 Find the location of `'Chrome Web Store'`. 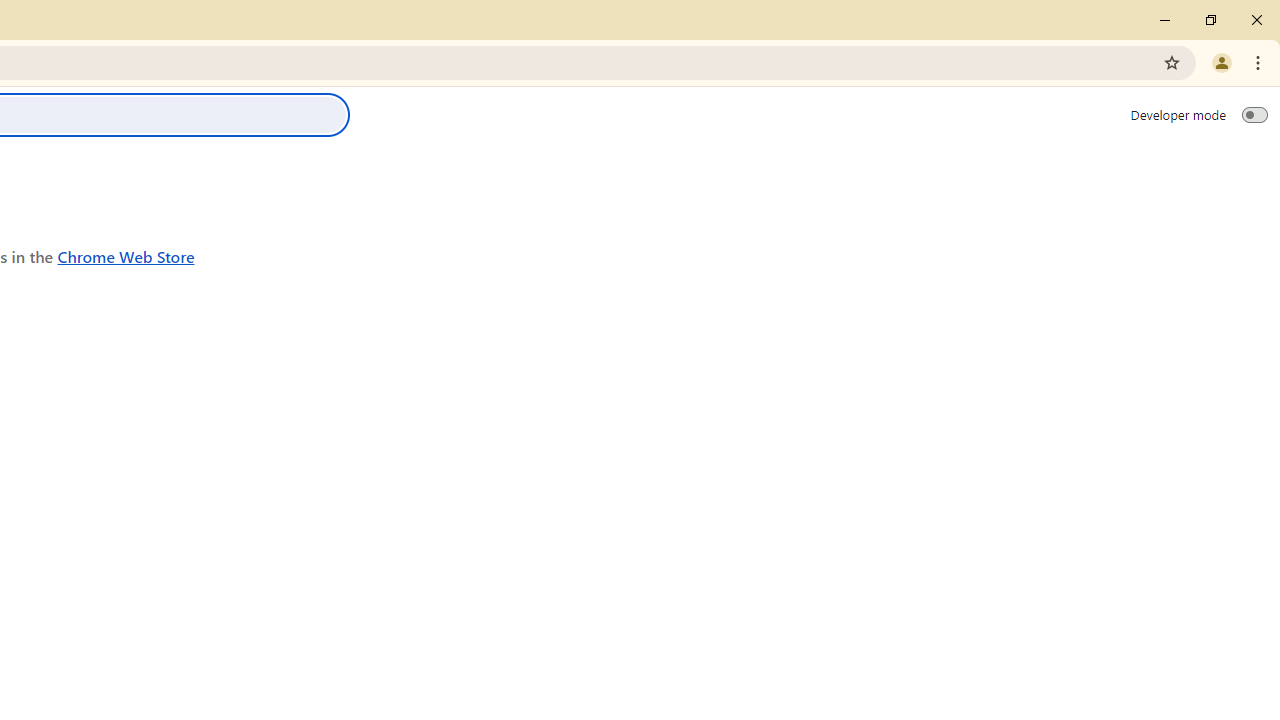

'Chrome Web Store' is located at coordinates (125, 255).